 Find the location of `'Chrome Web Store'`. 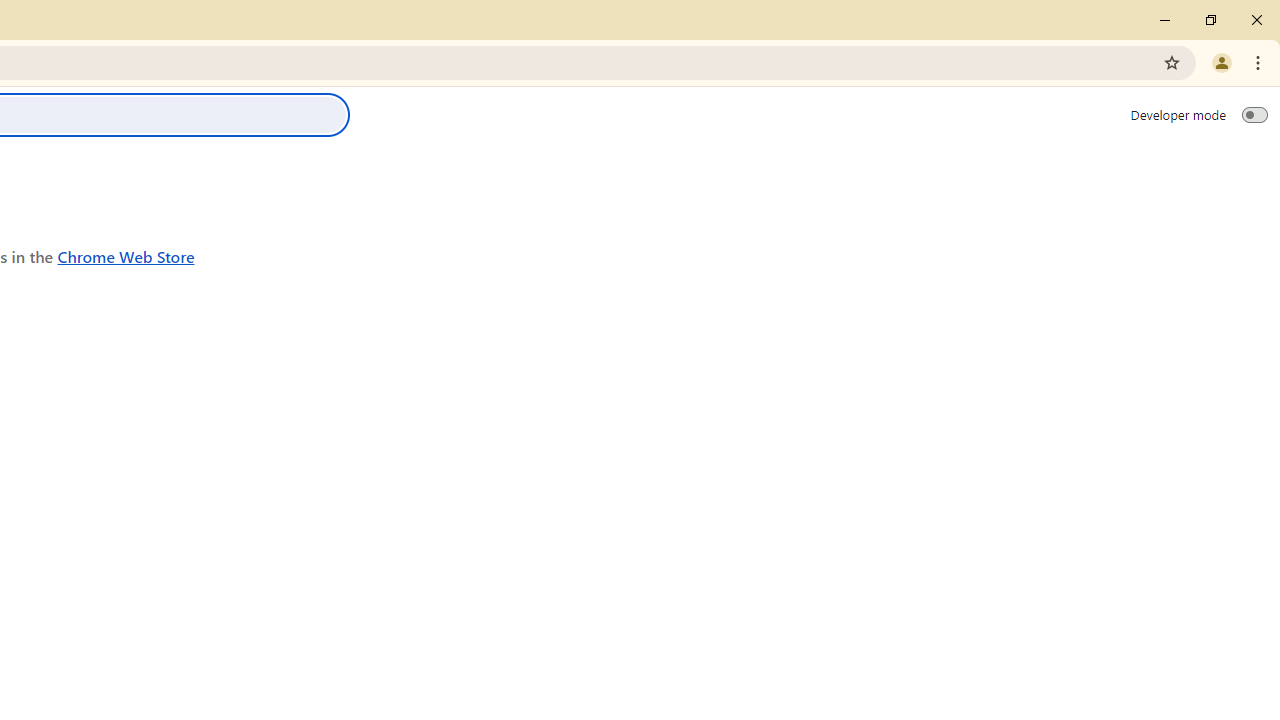

'Chrome Web Store' is located at coordinates (125, 255).